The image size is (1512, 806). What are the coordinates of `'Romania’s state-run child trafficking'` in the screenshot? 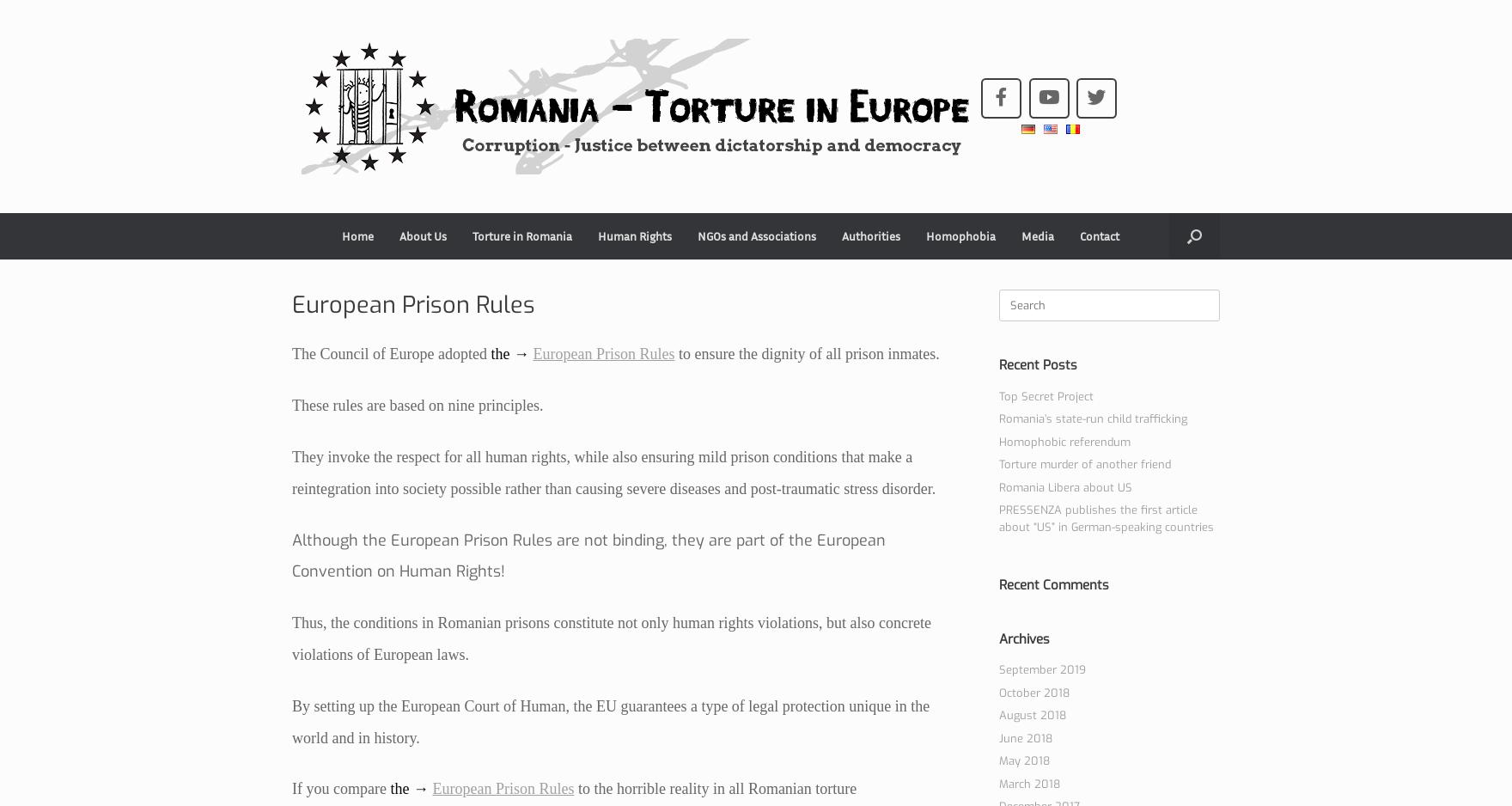 It's located at (539, 371).